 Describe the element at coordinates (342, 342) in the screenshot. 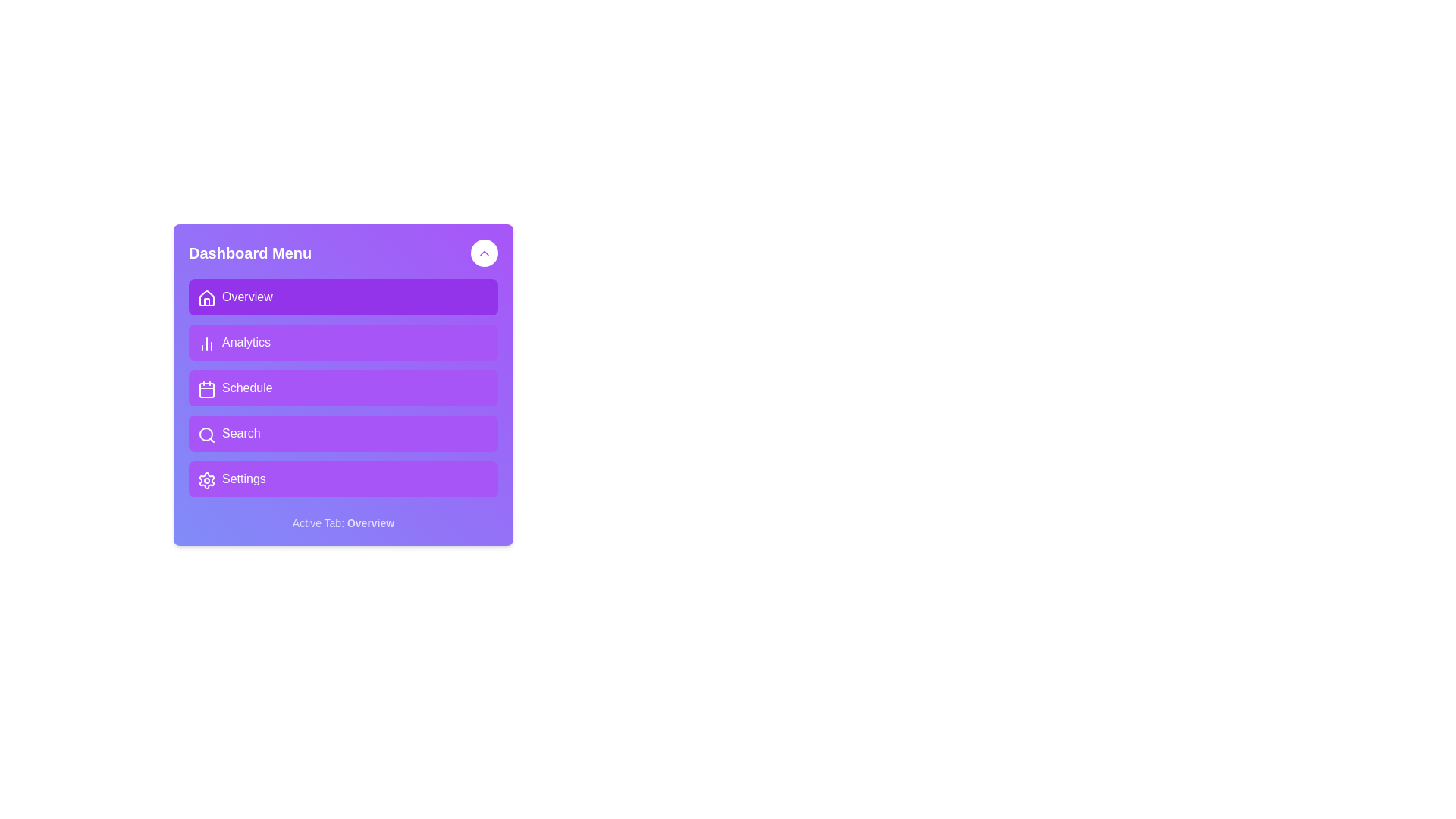

I see `the 'Analytics' button located below the 'Overview' button and above the 'Schedule' button in the sidebar` at that location.